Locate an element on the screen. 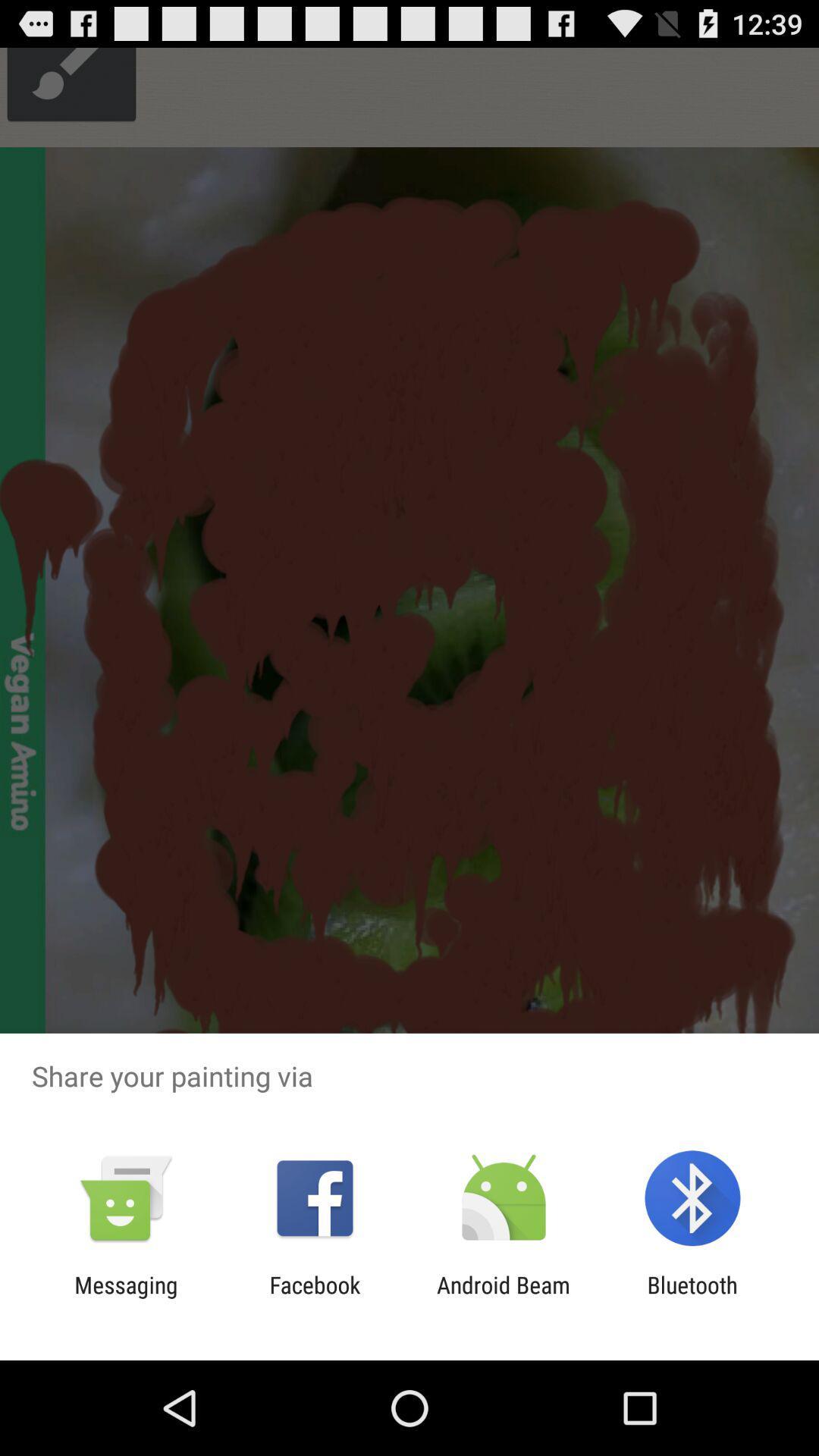 The image size is (819, 1456). icon next to the android beam is located at coordinates (314, 1298).